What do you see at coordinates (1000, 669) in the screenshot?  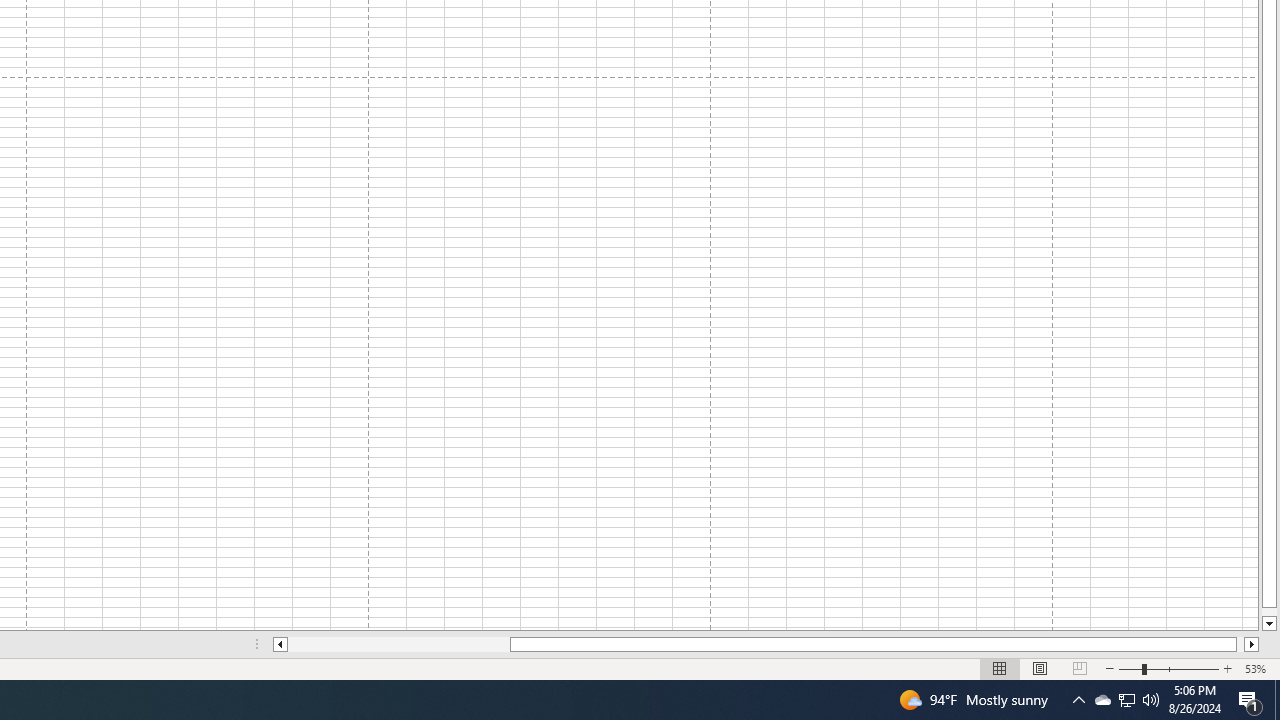 I see `'Normal'` at bounding box center [1000, 669].